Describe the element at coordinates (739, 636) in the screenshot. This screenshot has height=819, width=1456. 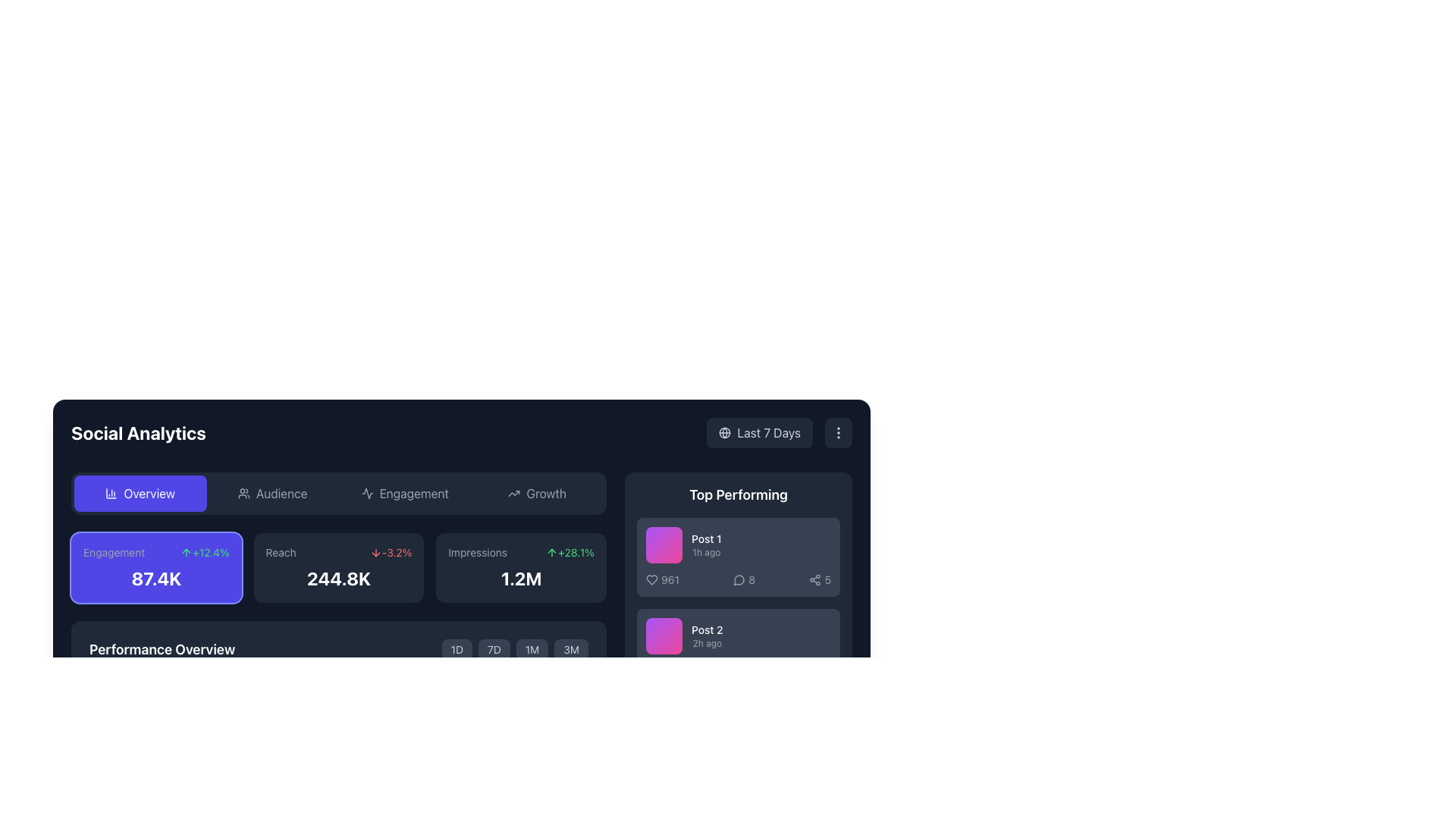
I see `the Information block that displays 'Post 2' and '2h ago', which is the second entry in the 'Top Performing' section` at that location.